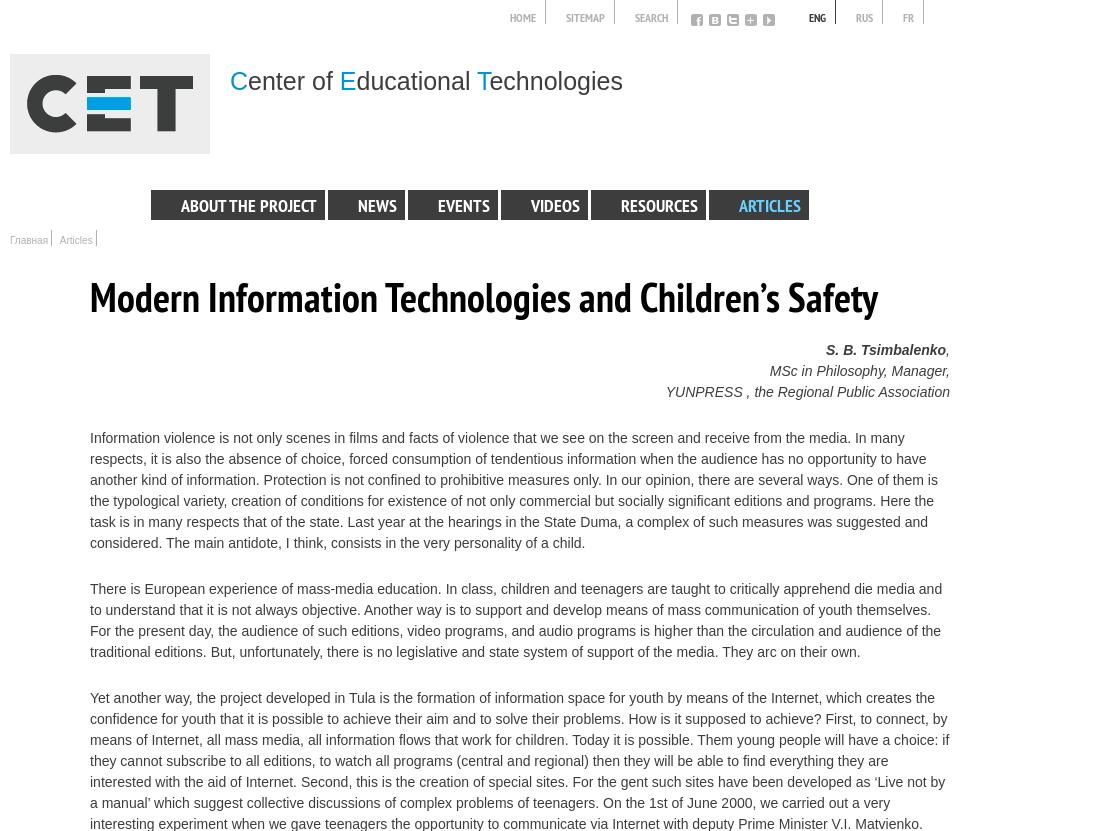  I want to click on 'Information violence is not only scenes in films and facts of violence that we see on the screen and receive from the media. In many respects, it is also the absence of choice, forced consumption of tendentious information when the audience has no opportunity to have another kind of information. Protection is not confined to prohibitive measures only. In our opinion, there are several ways. One of them is the typological variety, creation of conditions for existence of not only commercial but socially significant editions and programs. Here the task is in many respects that of the state. Last year at the hearings in the State Duma, a complex of such measures was suggested and considered. The main antidote, I think, consists in the very personality of a child.', so click(512, 490).